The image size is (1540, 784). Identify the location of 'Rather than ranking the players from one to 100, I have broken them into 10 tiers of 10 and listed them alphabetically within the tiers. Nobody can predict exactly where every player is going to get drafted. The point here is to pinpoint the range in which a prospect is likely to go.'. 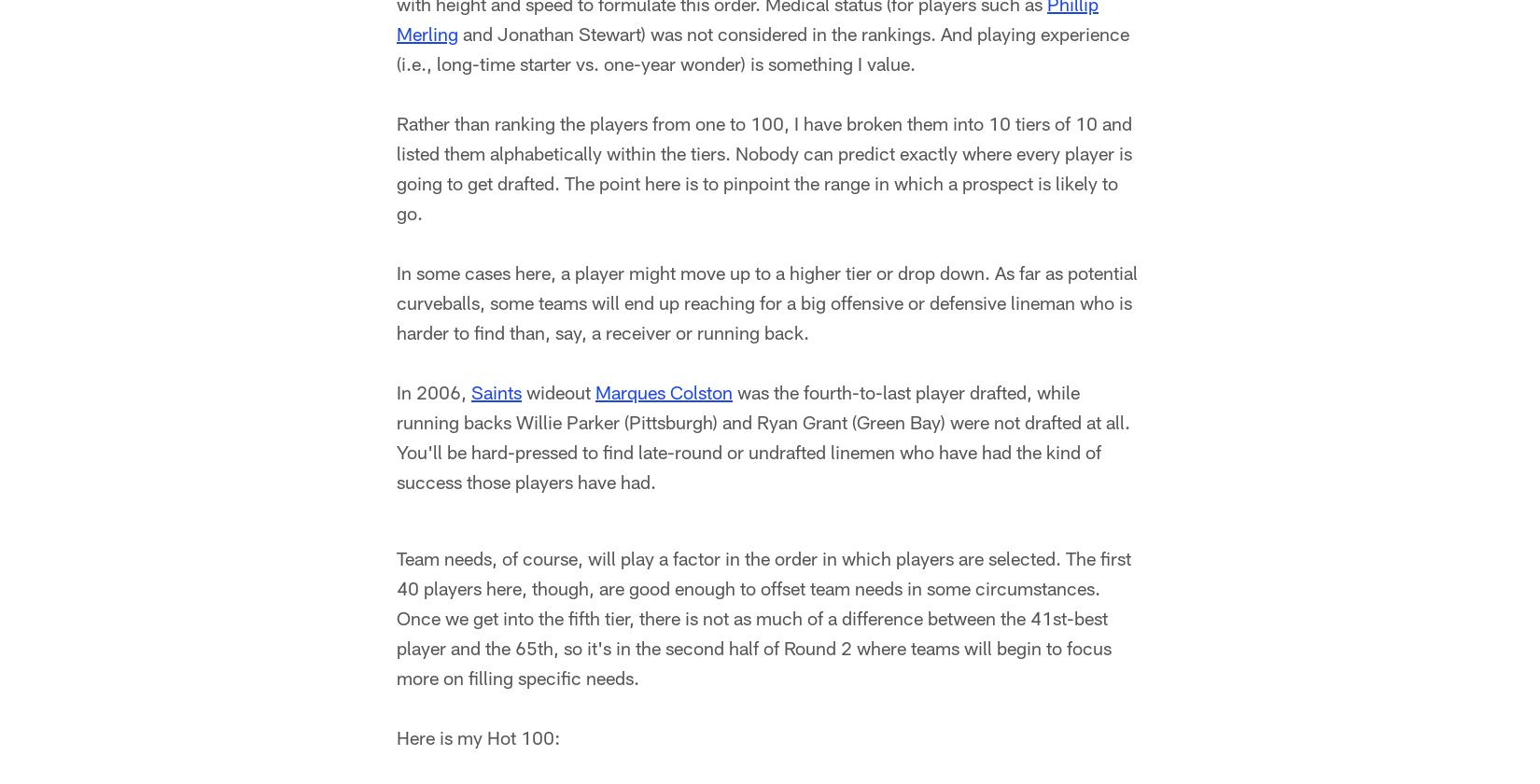
(763, 171).